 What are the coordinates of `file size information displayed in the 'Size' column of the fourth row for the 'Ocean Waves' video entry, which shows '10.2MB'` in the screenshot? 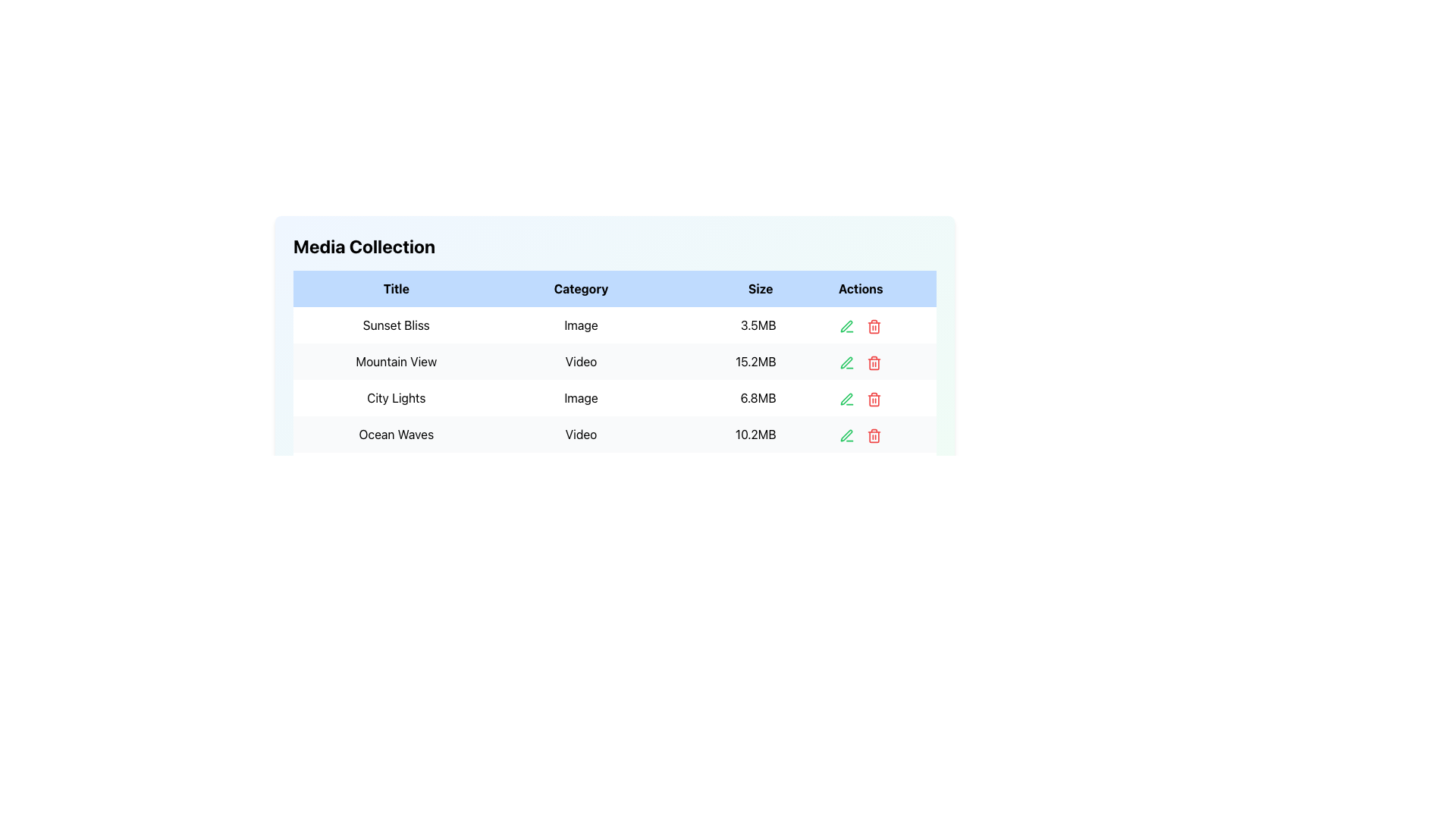 It's located at (723, 435).